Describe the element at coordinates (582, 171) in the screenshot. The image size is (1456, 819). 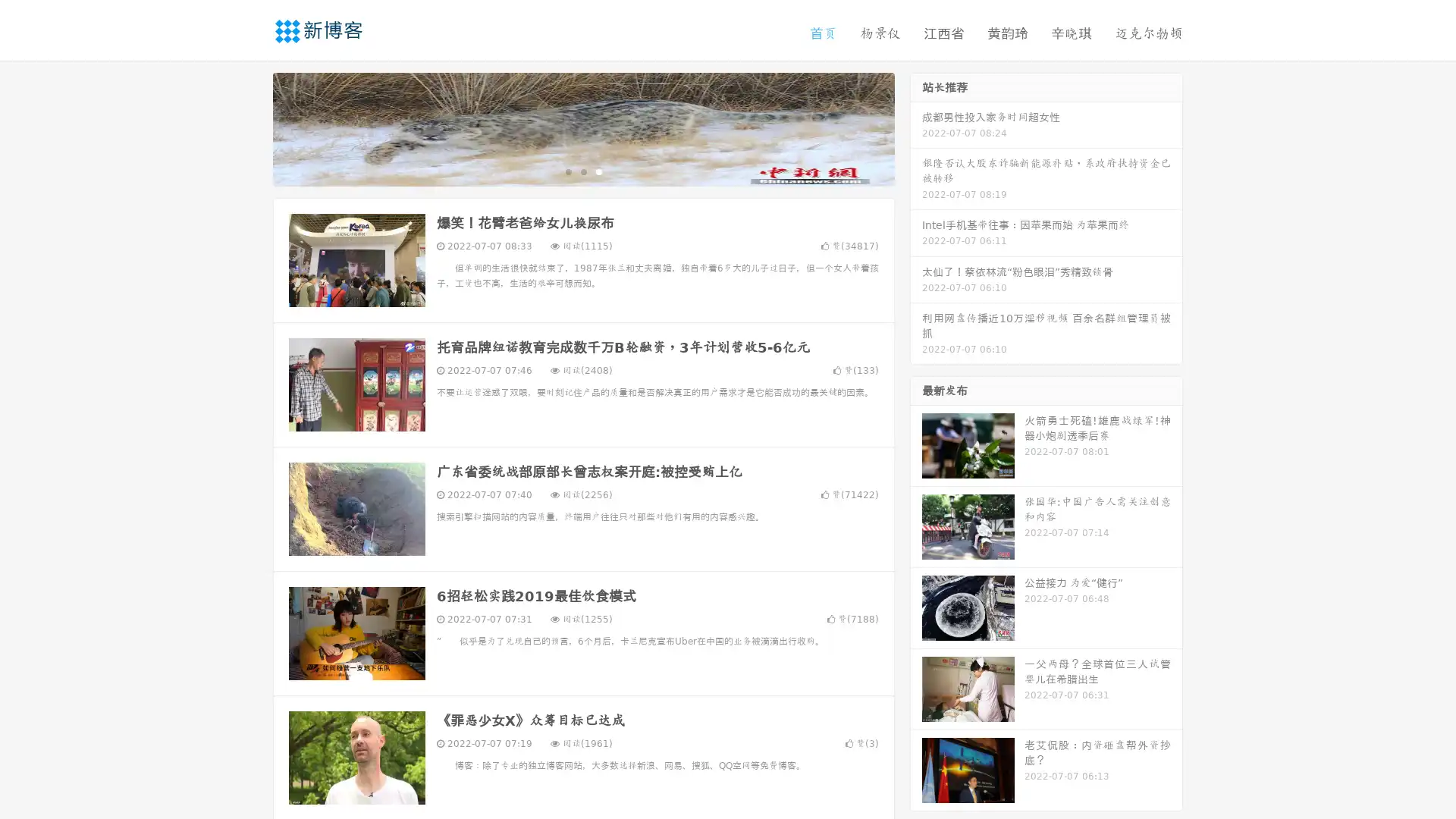
I see `Go to slide 2` at that location.